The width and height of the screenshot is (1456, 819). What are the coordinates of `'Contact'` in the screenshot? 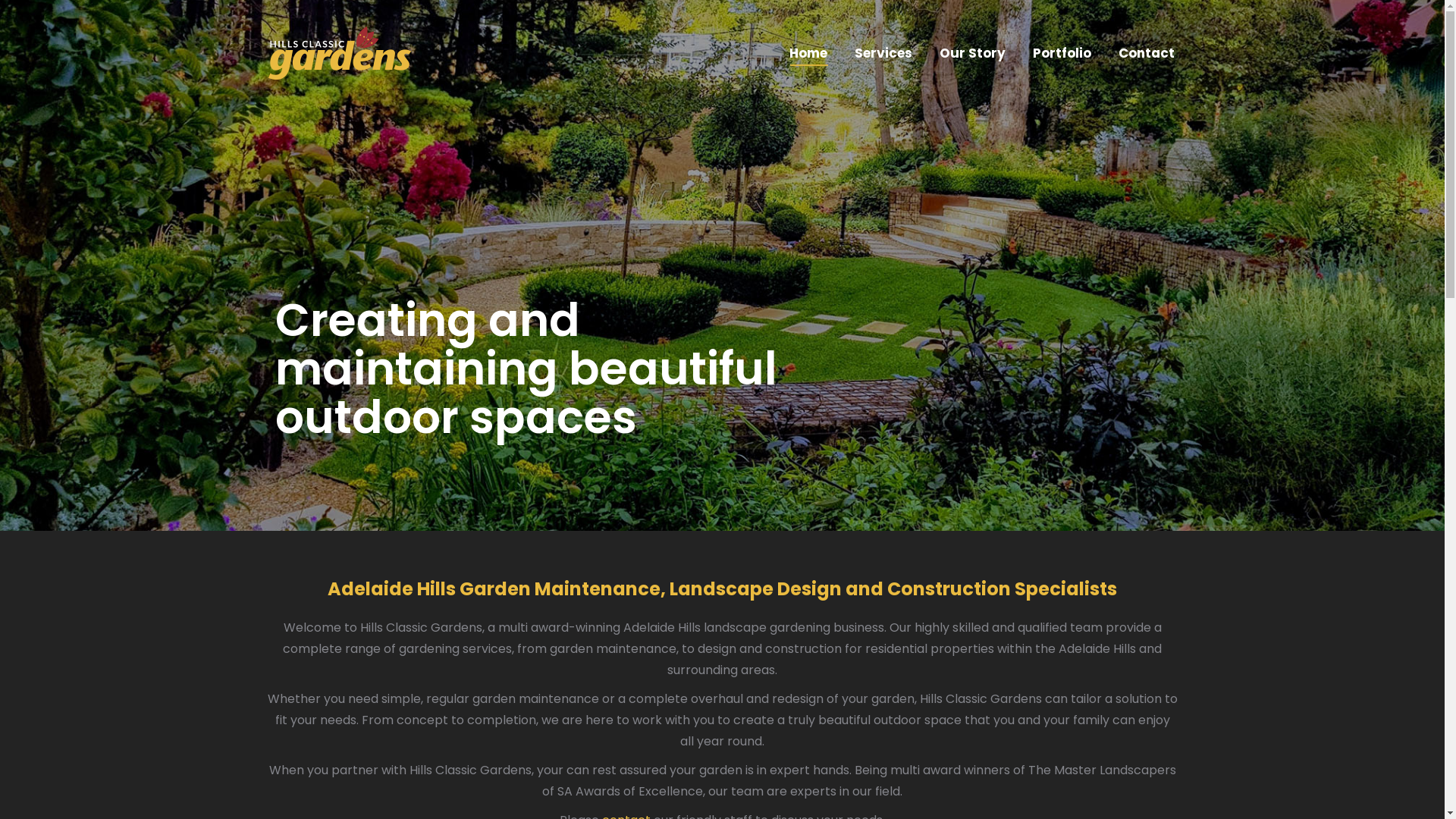 It's located at (1114, 52).